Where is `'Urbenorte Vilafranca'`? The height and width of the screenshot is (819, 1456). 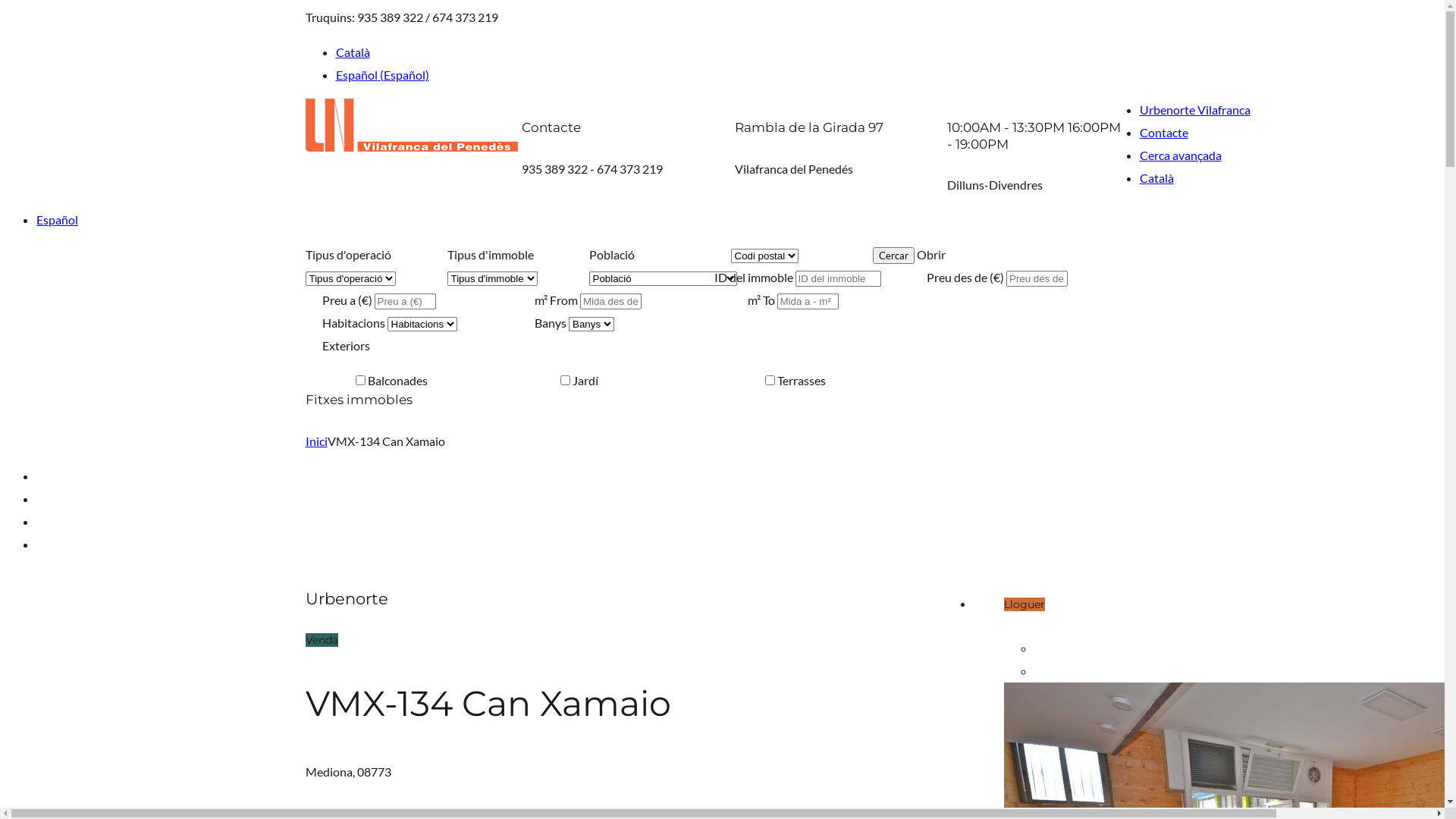
'Urbenorte Vilafranca' is located at coordinates (1193, 108).